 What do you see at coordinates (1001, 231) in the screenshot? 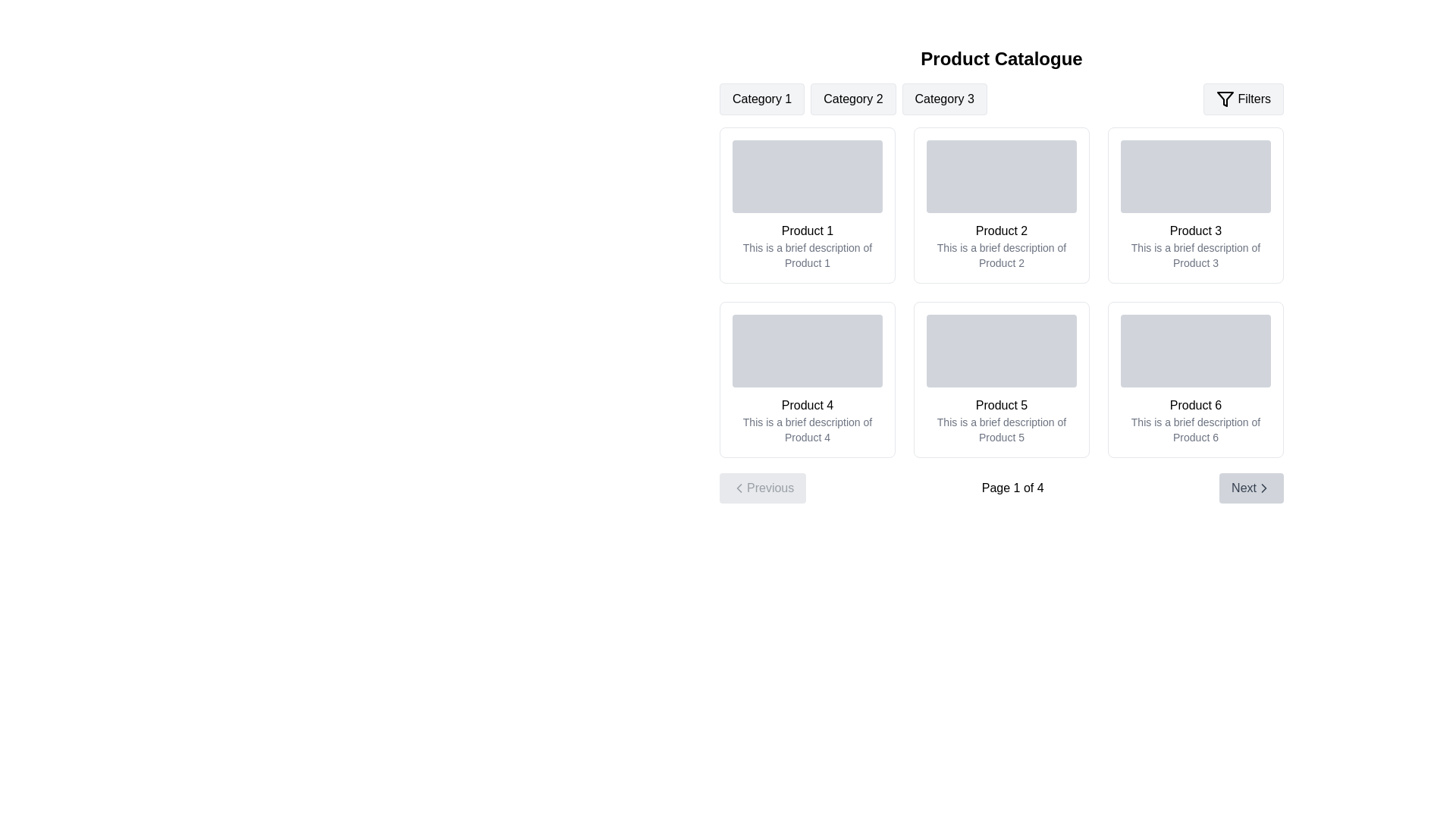
I see `the 'Product 2' text block, which is a medium-sized, bold font element located in the second column of the first row in a grid layout` at bounding box center [1001, 231].